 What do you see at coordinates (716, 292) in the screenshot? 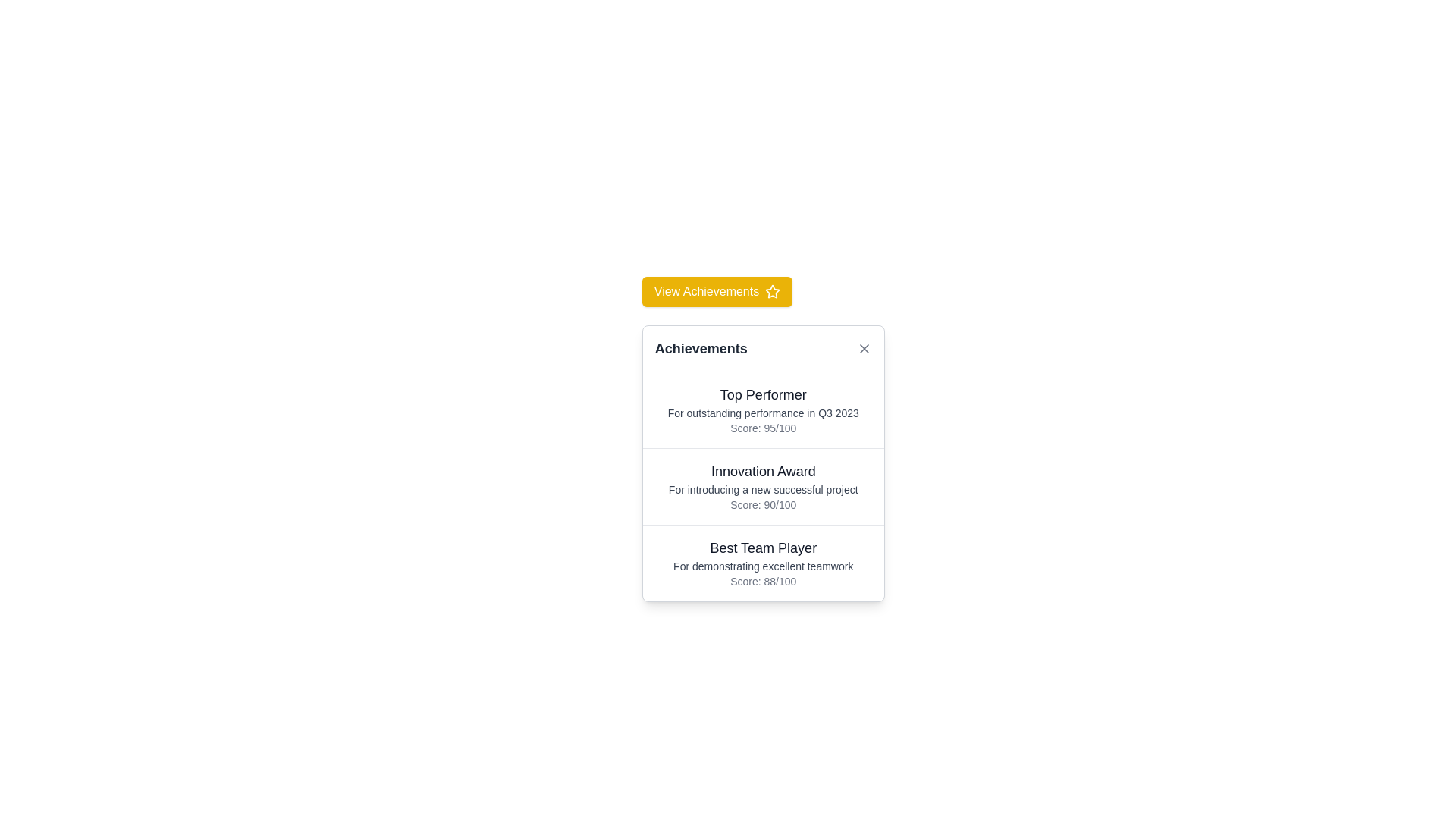
I see `the 'View Achievements' button, which has a yellow background and white text` at bounding box center [716, 292].